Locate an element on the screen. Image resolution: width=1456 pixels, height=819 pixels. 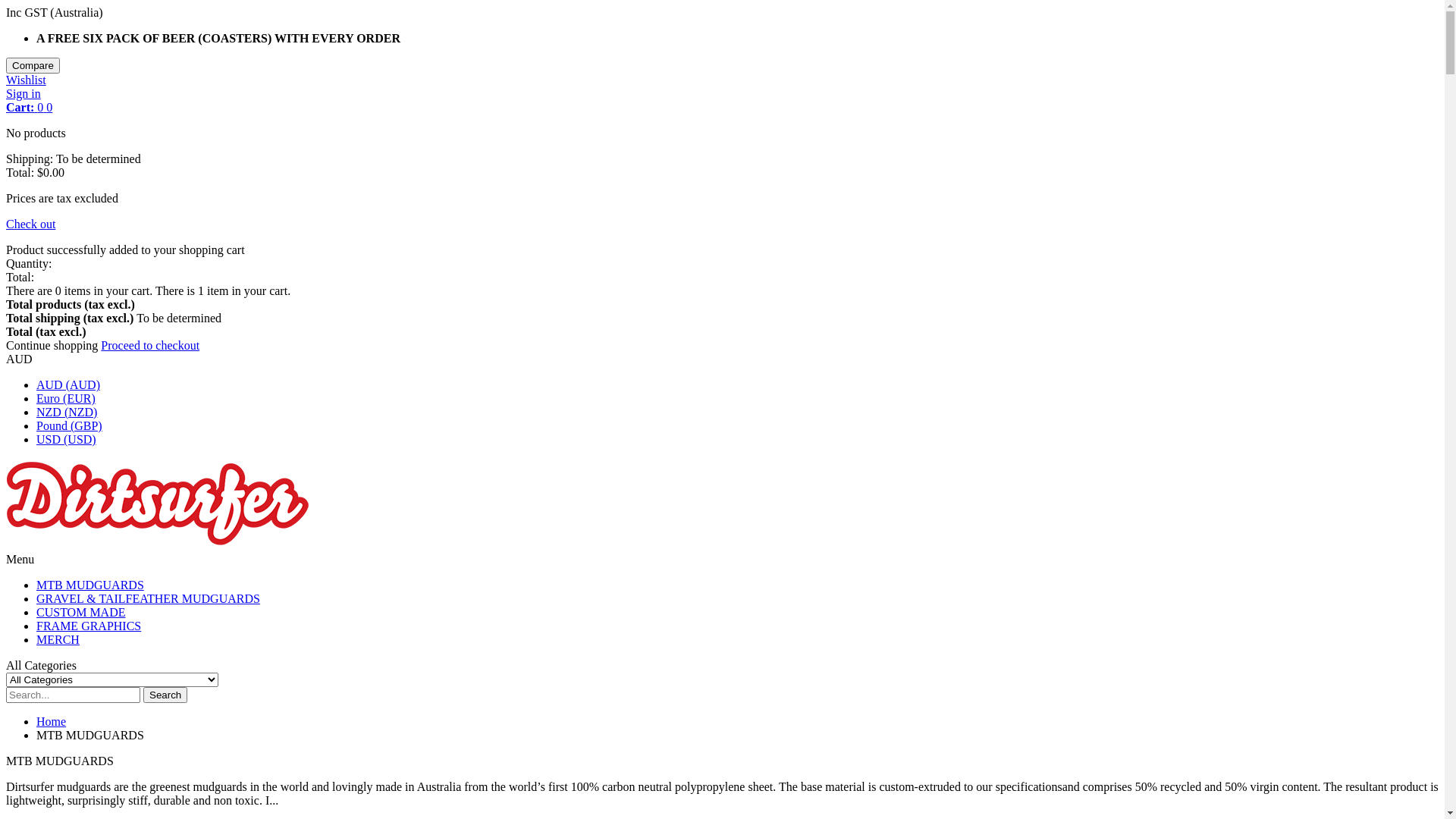
'MTB MUDGUARDS' is located at coordinates (89, 584).